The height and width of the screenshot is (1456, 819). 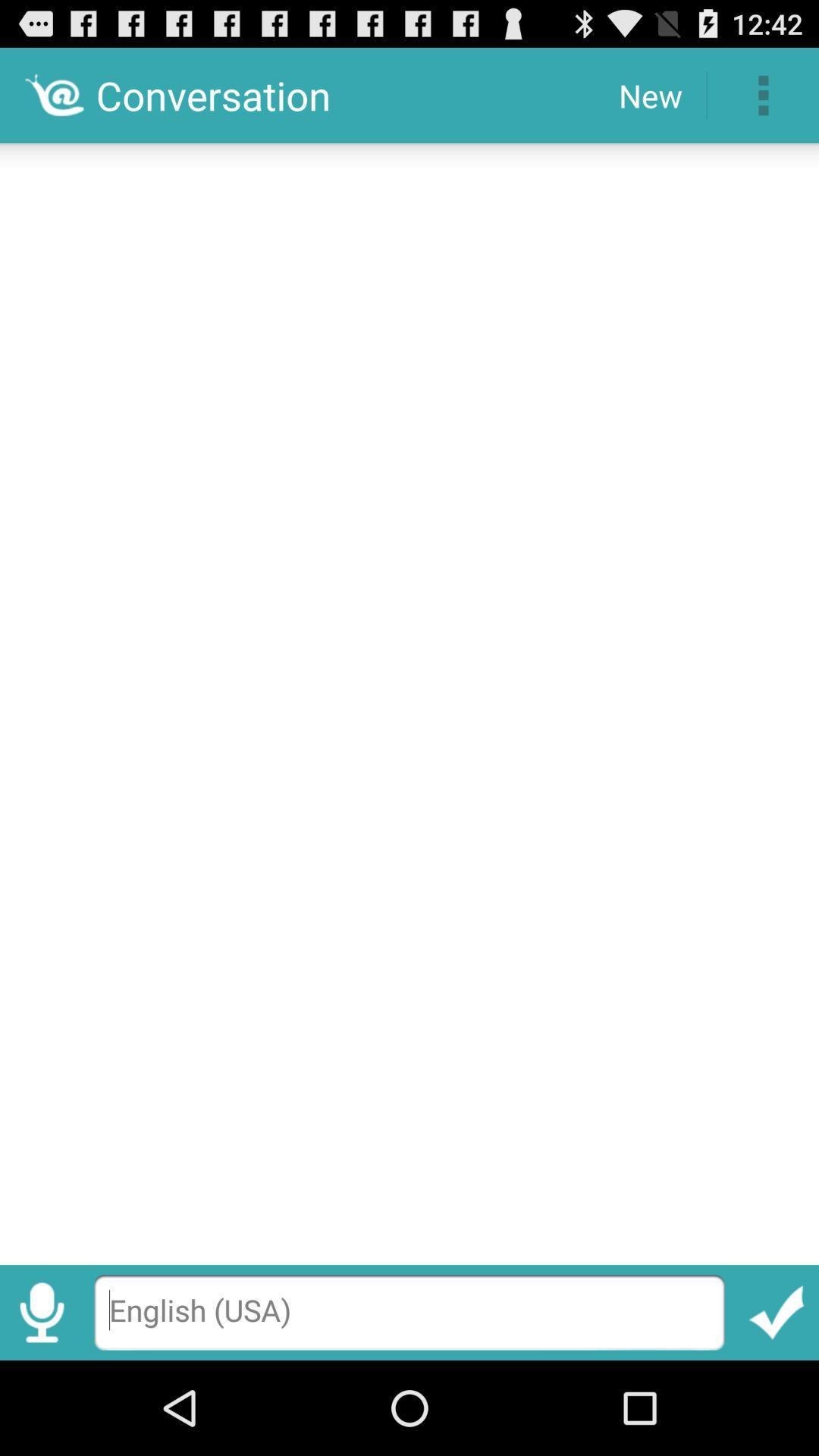 What do you see at coordinates (41, 1312) in the screenshot?
I see `turn on mic` at bounding box center [41, 1312].